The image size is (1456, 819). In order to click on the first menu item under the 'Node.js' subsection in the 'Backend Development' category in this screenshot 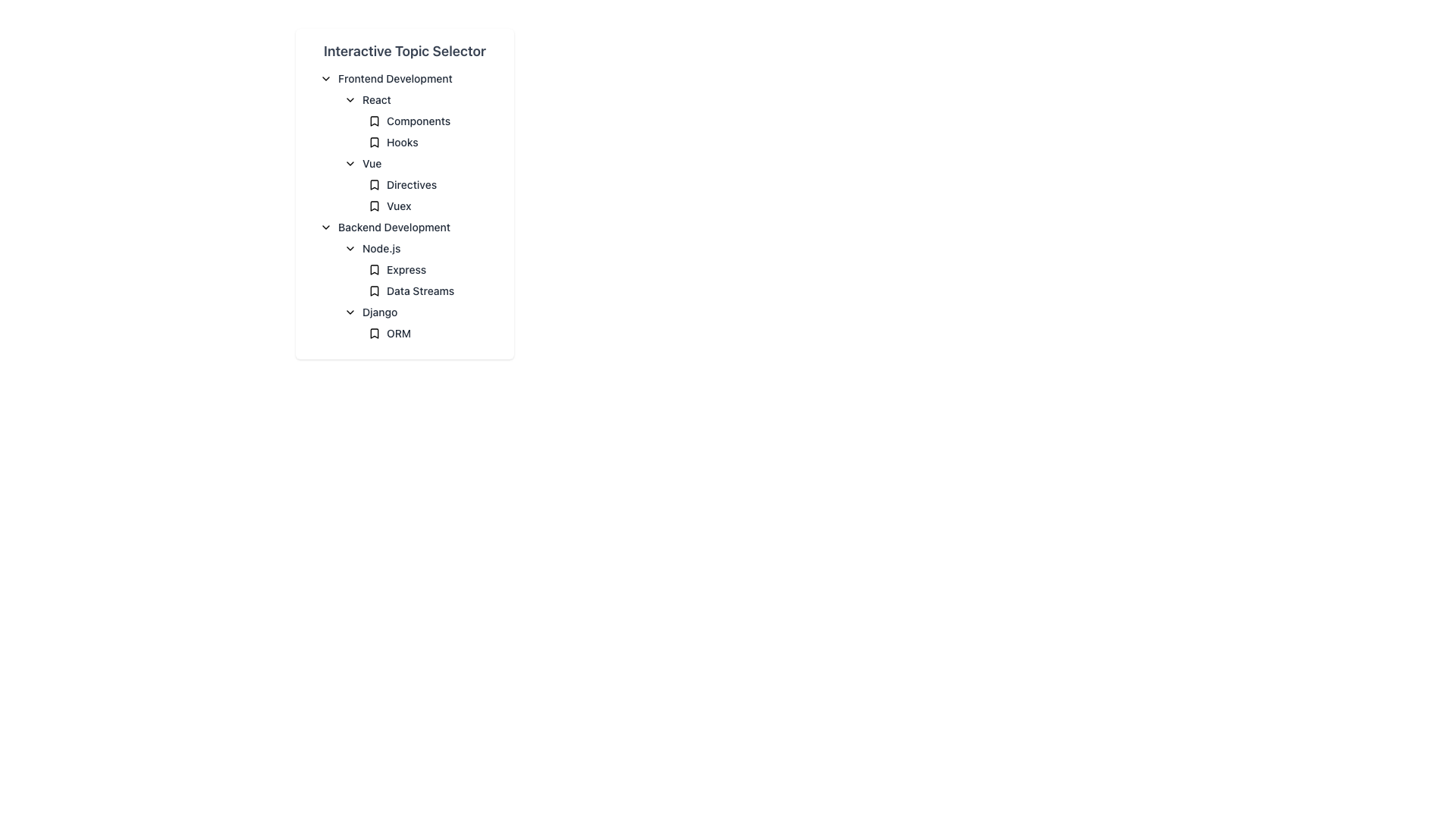, I will do `click(428, 281)`.